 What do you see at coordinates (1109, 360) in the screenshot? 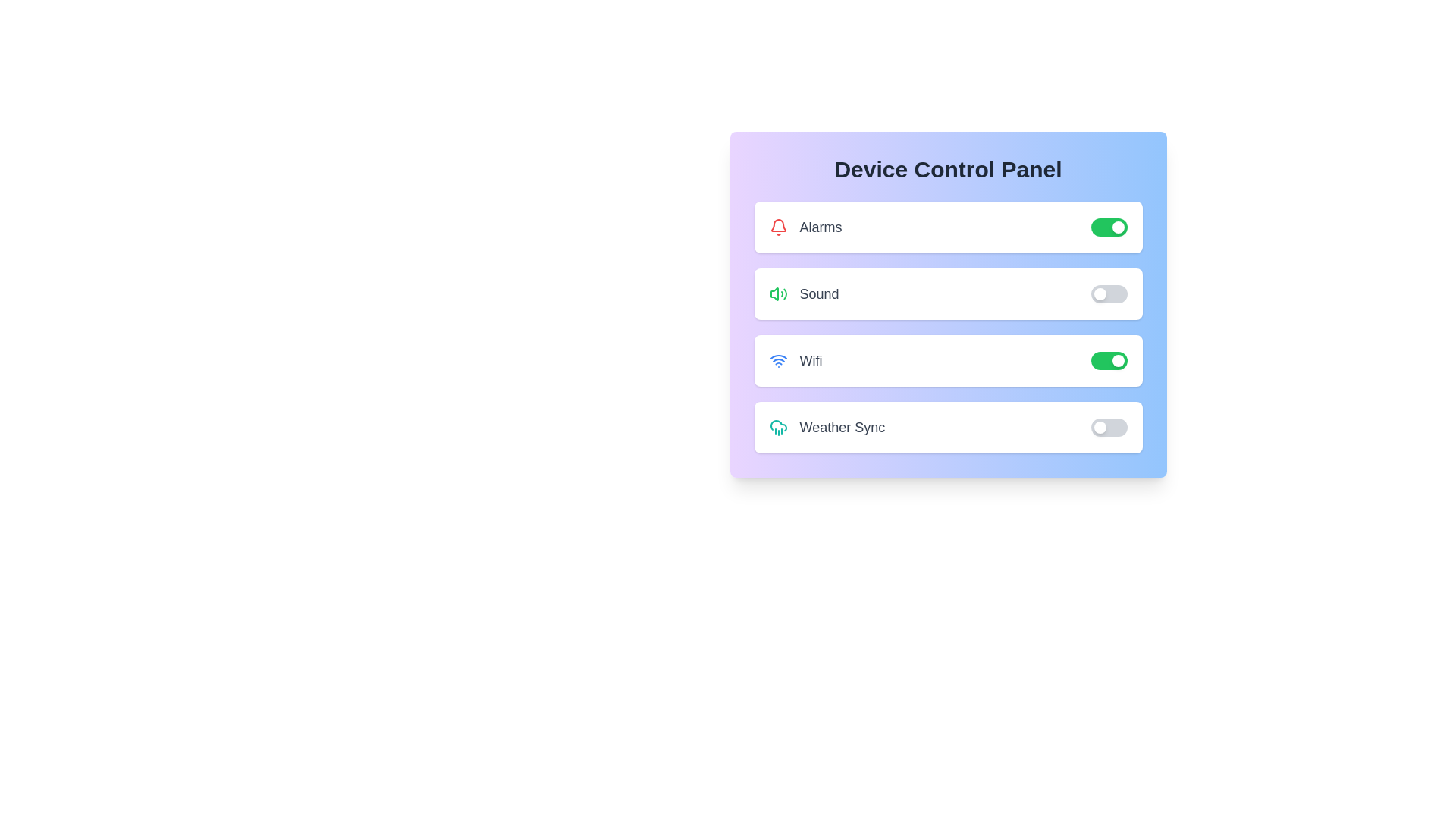
I see `the WiFi toggle switch to change its state` at bounding box center [1109, 360].